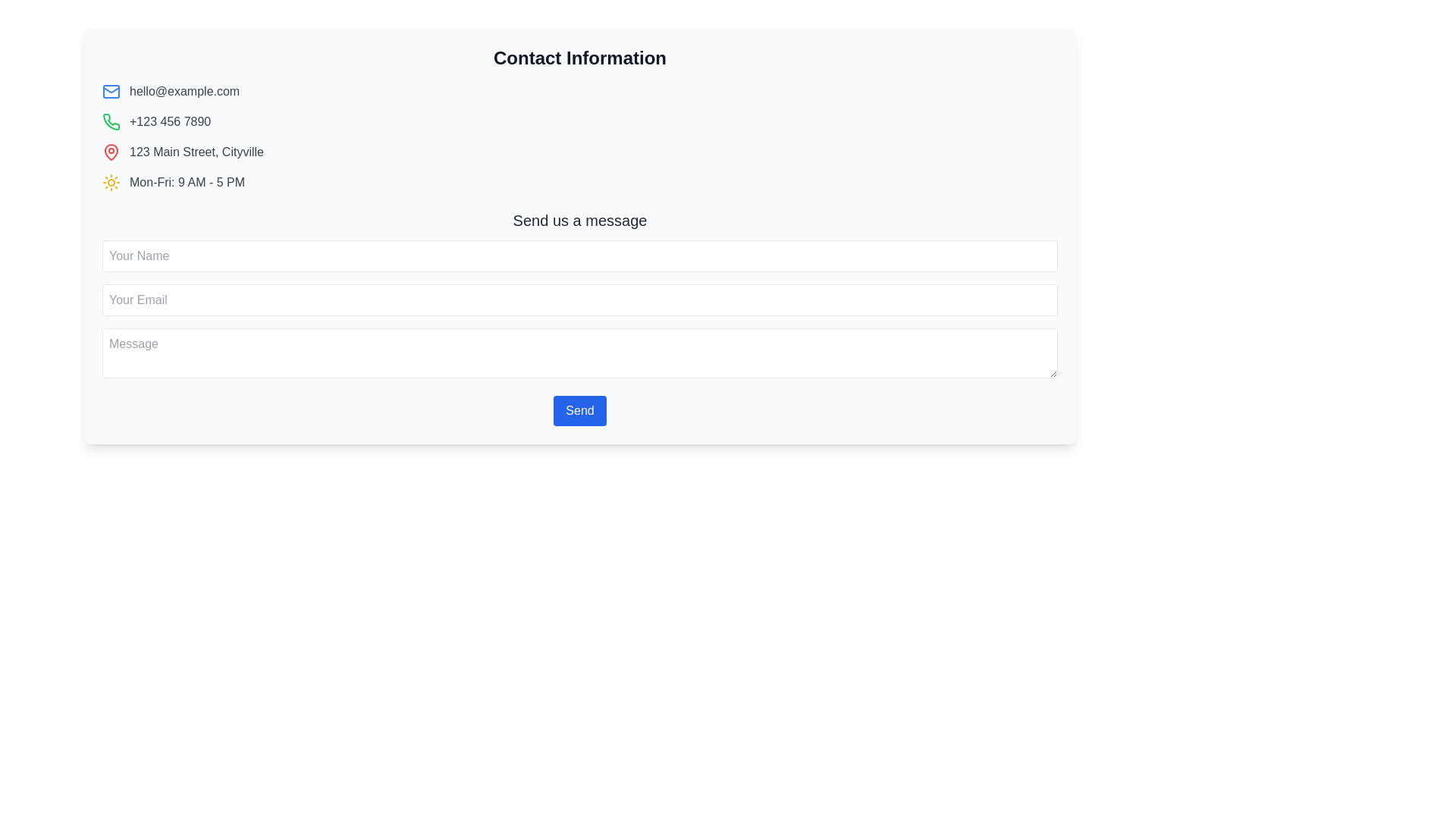  Describe the element at coordinates (187, 181) in the screenshot. I see `static text label displaying 'Mon-Fri: 9 AM - 5 PM', which is the fourth item in the contact information section, located to the right of the sun icon` at that location.